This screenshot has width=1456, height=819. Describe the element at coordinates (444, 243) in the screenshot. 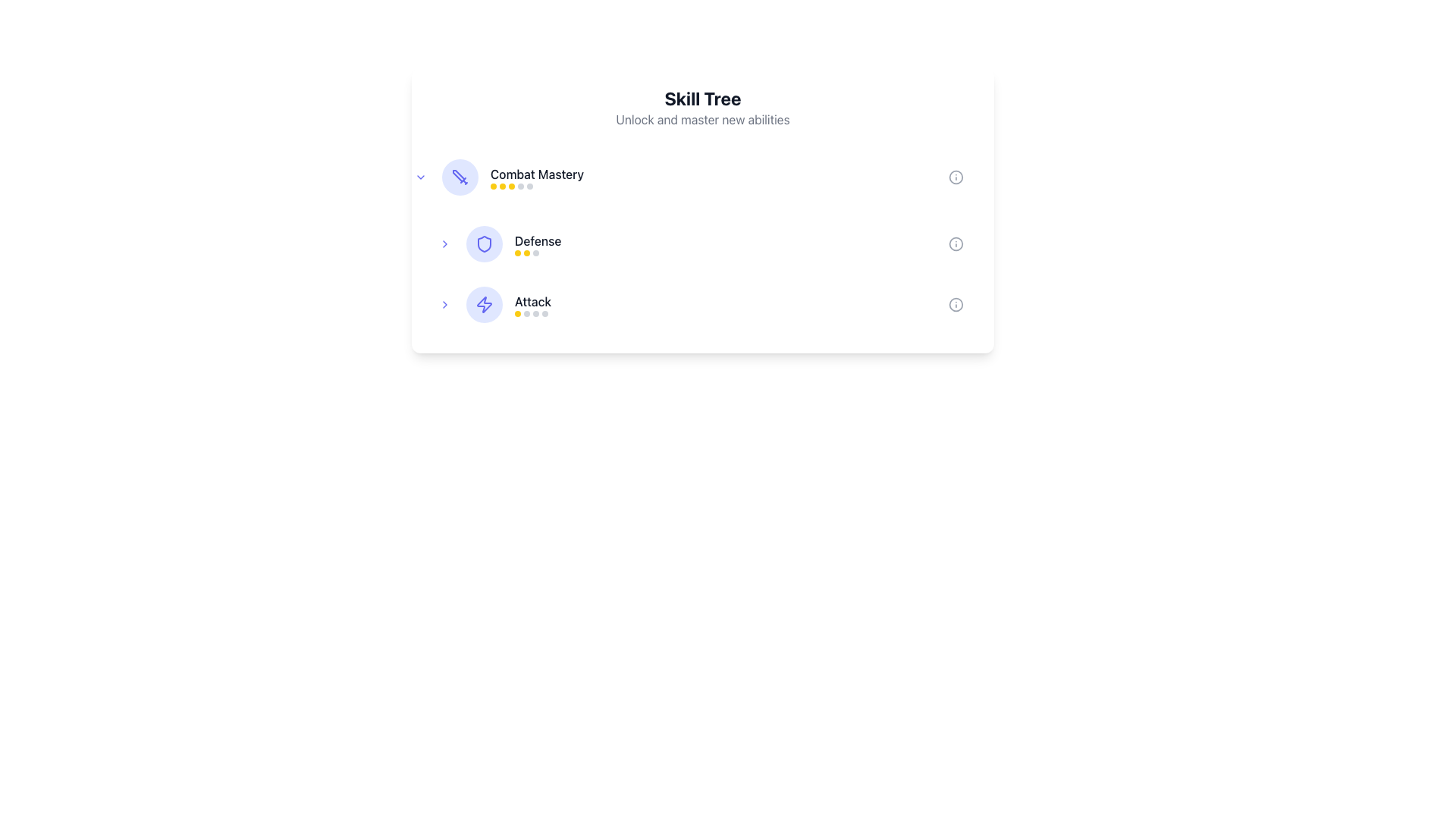

I see `the interactive button with an arrow icon located to the left of the 'Defense' text label` at that location.